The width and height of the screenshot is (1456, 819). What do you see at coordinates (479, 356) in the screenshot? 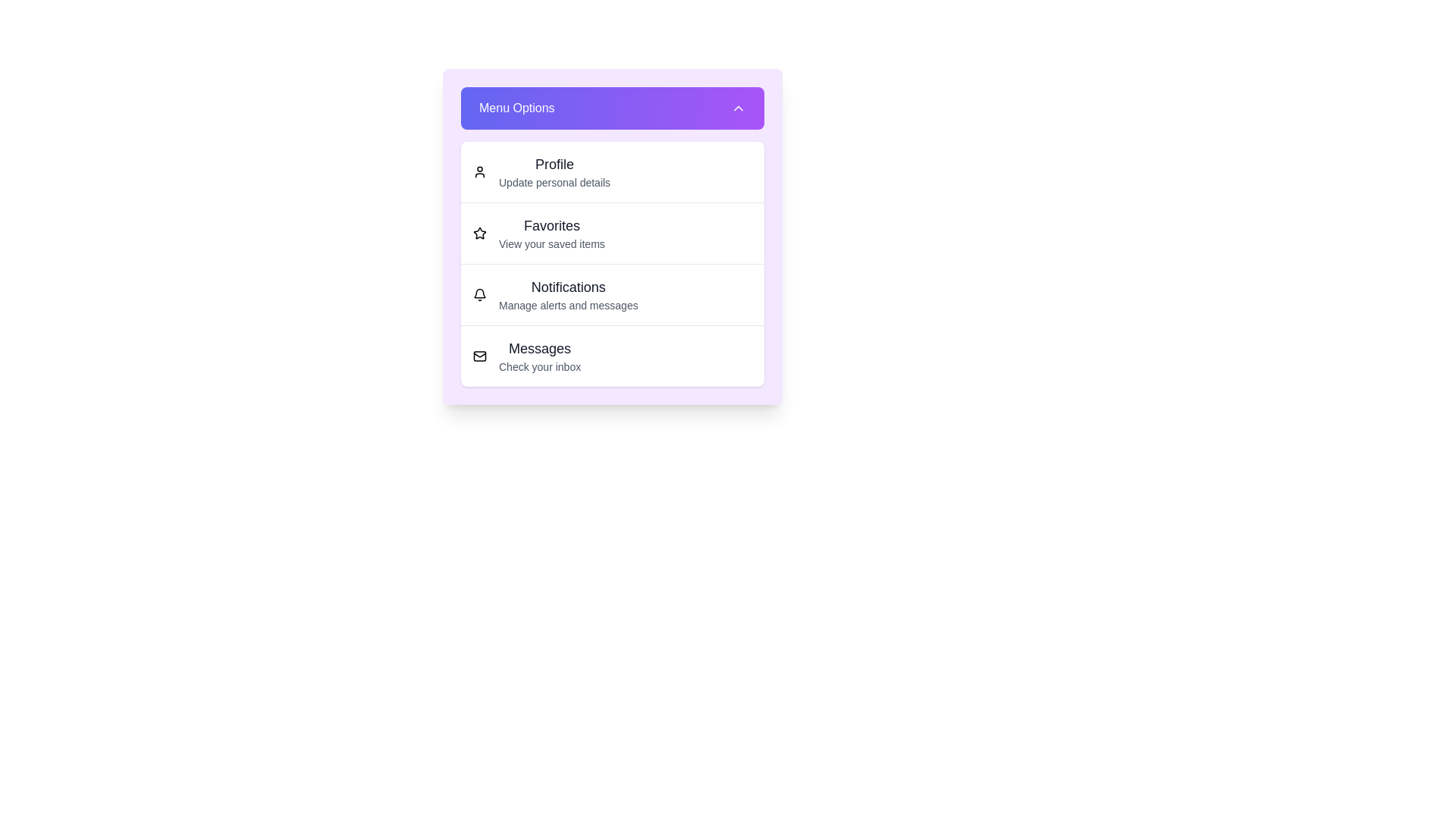
I see `the menu item corresponding to Messages` at bounding box center [479, 356].